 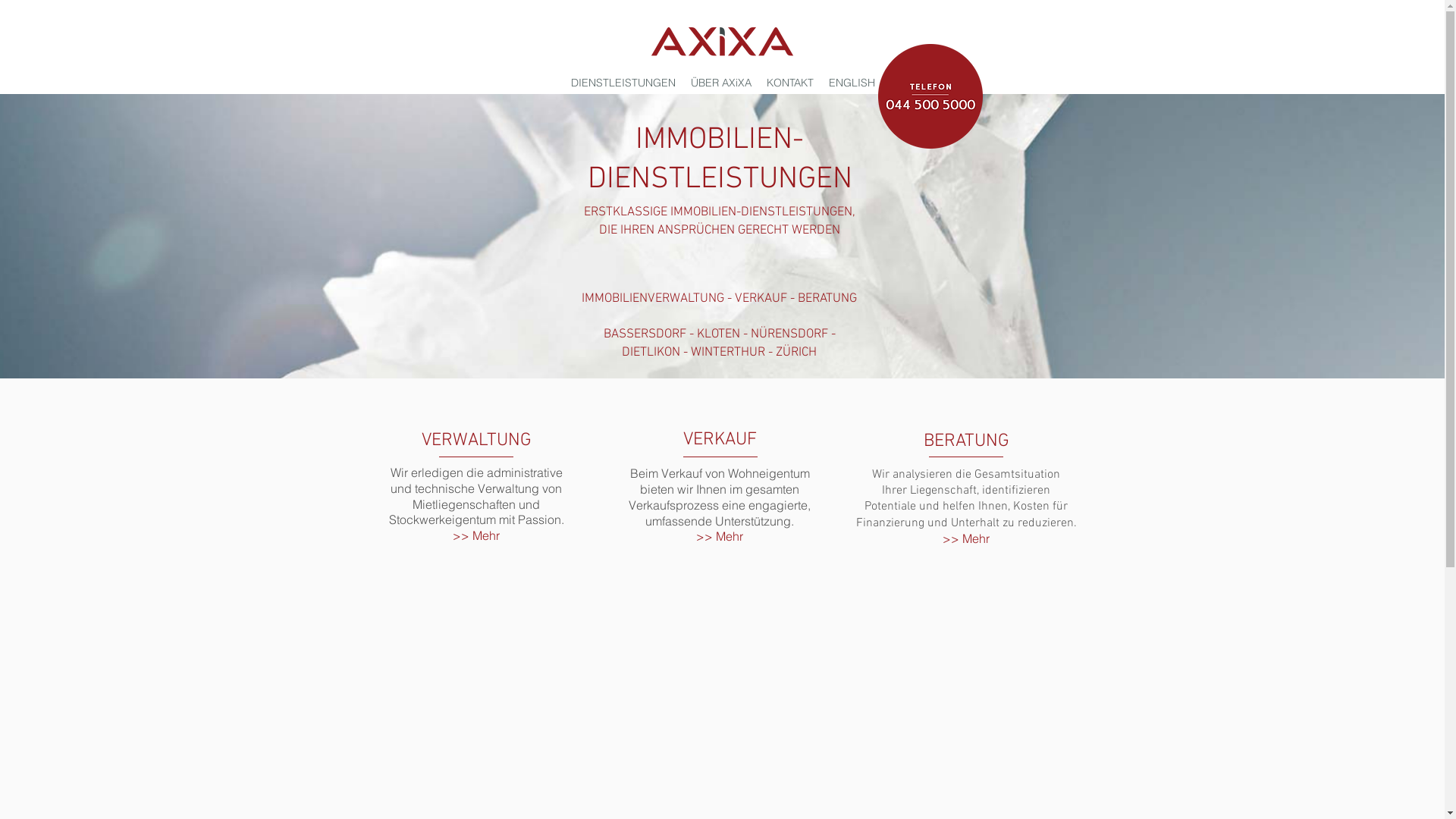 I want to click on 'ENGLISH', so click(x=851, y=82).